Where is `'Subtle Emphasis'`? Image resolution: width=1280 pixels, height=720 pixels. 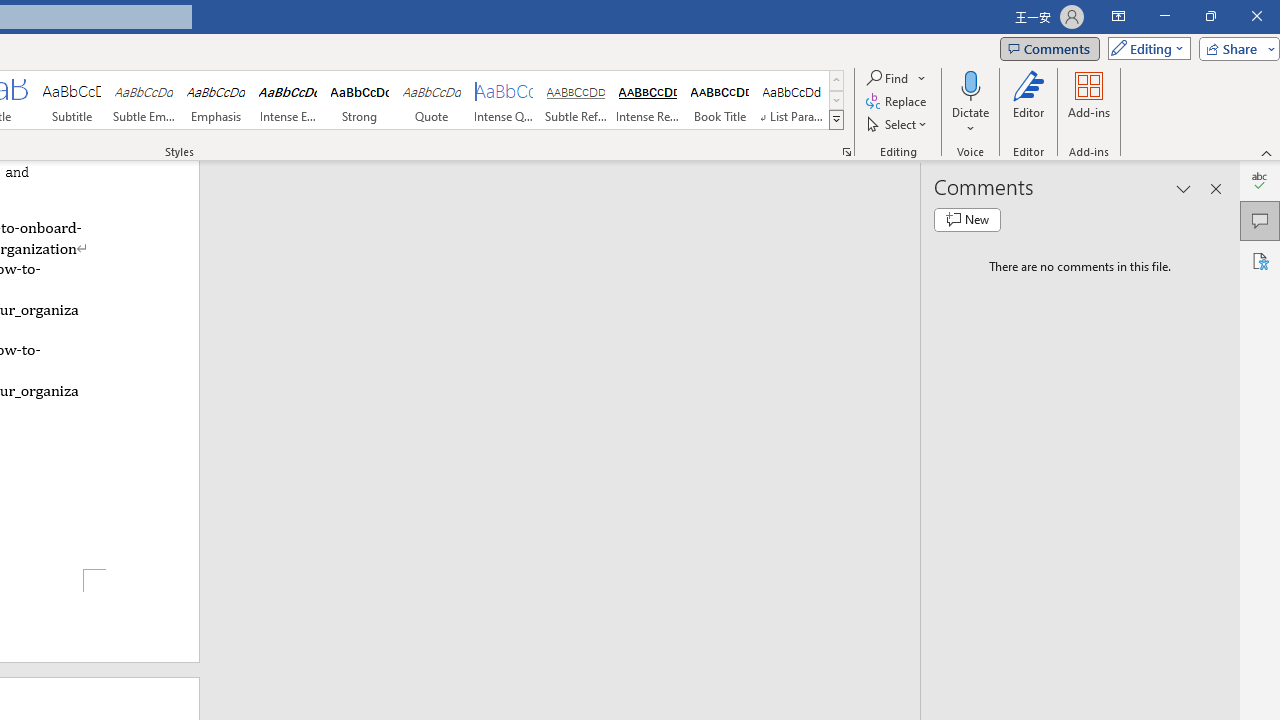 'Subtle Emphasis' is located at coordinates (143, 100).